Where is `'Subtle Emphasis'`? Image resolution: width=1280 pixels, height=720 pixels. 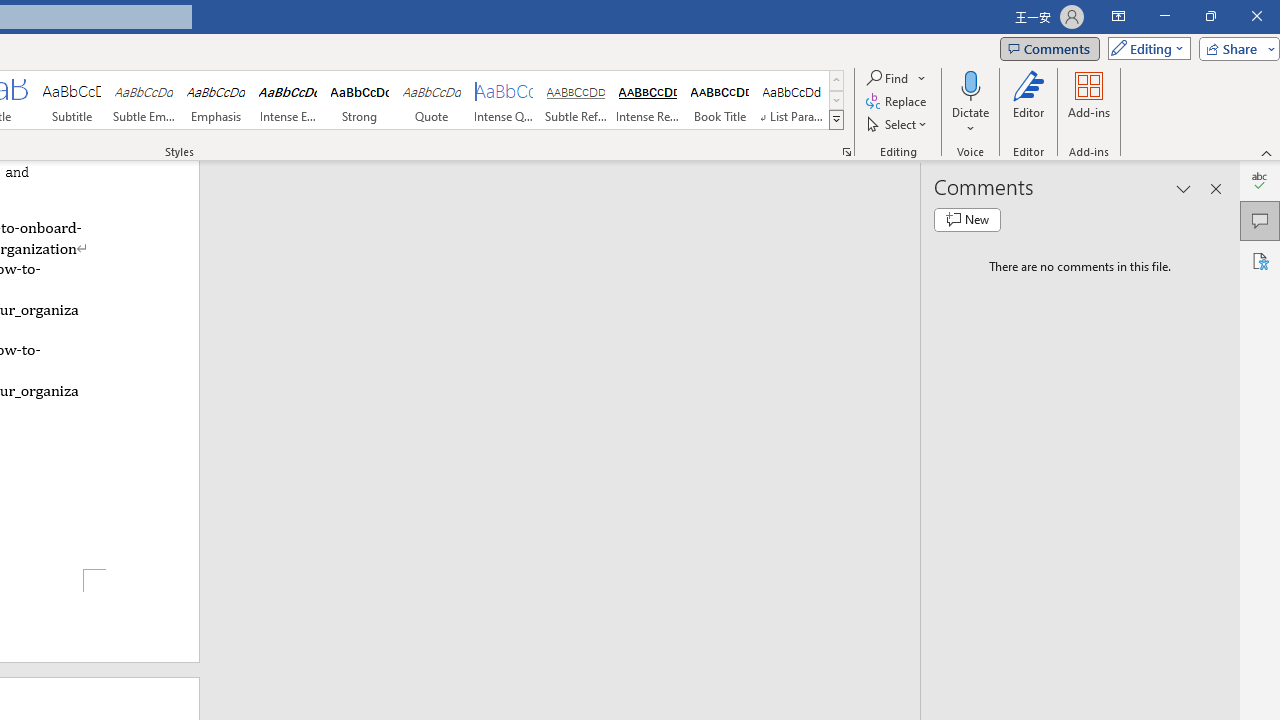 'Subtle Emphasis' is located at coordinates (143, 100).